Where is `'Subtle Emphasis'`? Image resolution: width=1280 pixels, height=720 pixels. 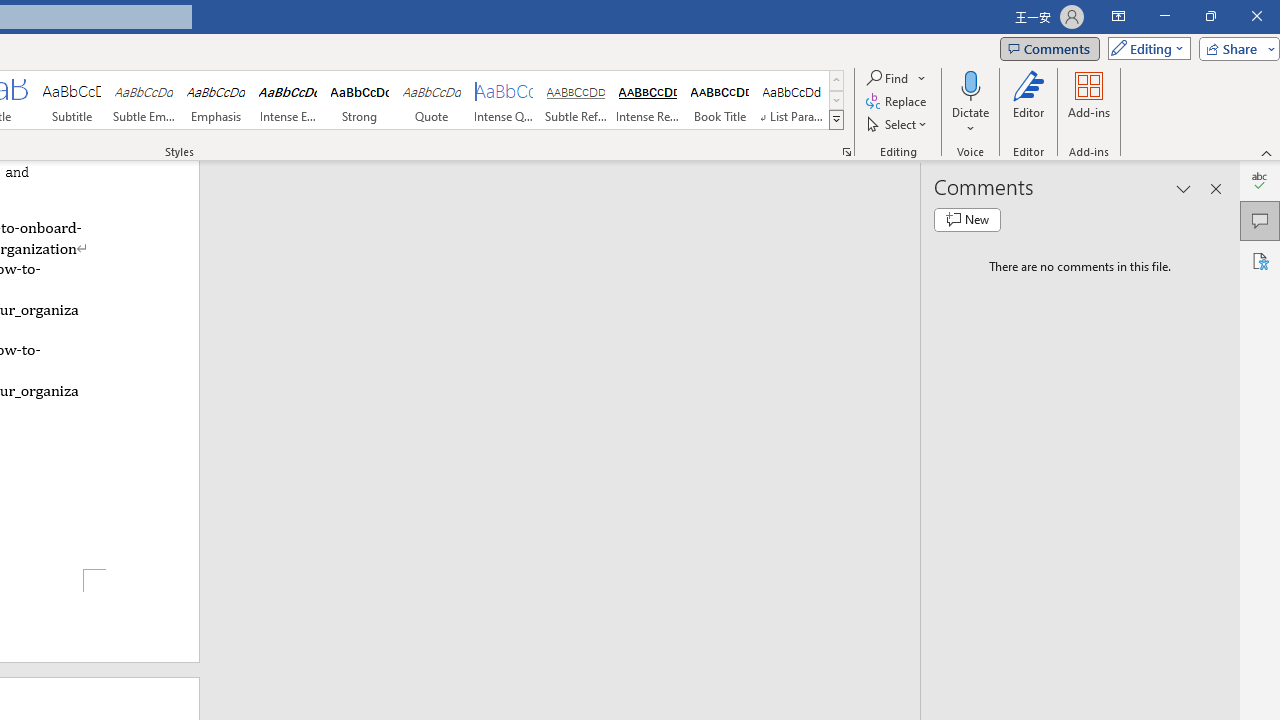 'Subtle Emphasis' is located at coordinates (143, 100).